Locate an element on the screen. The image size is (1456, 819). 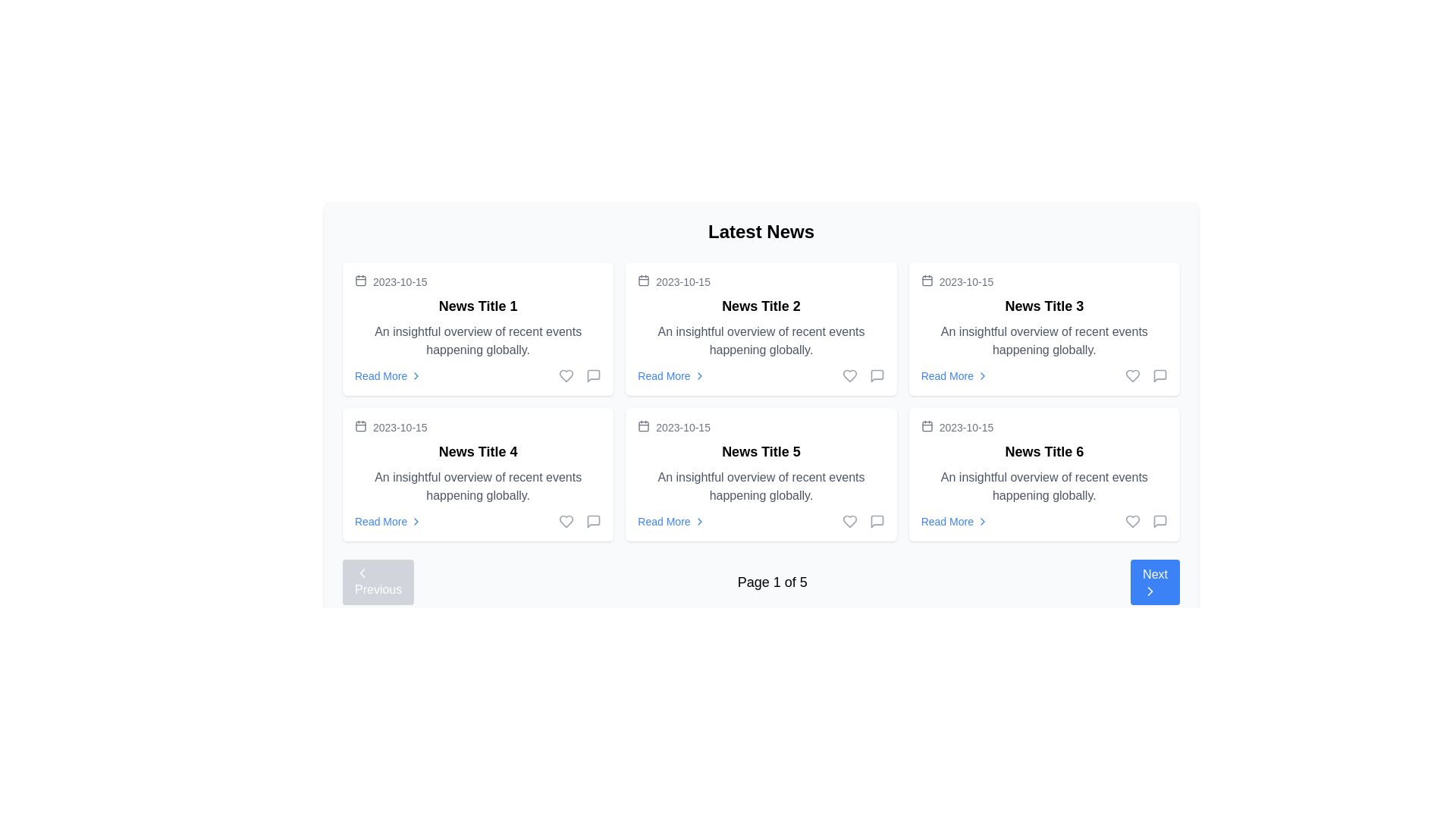
the bold text element titled 'News Title 1' located in the top-left card of the grid layout is located at coordinates (477, 306).